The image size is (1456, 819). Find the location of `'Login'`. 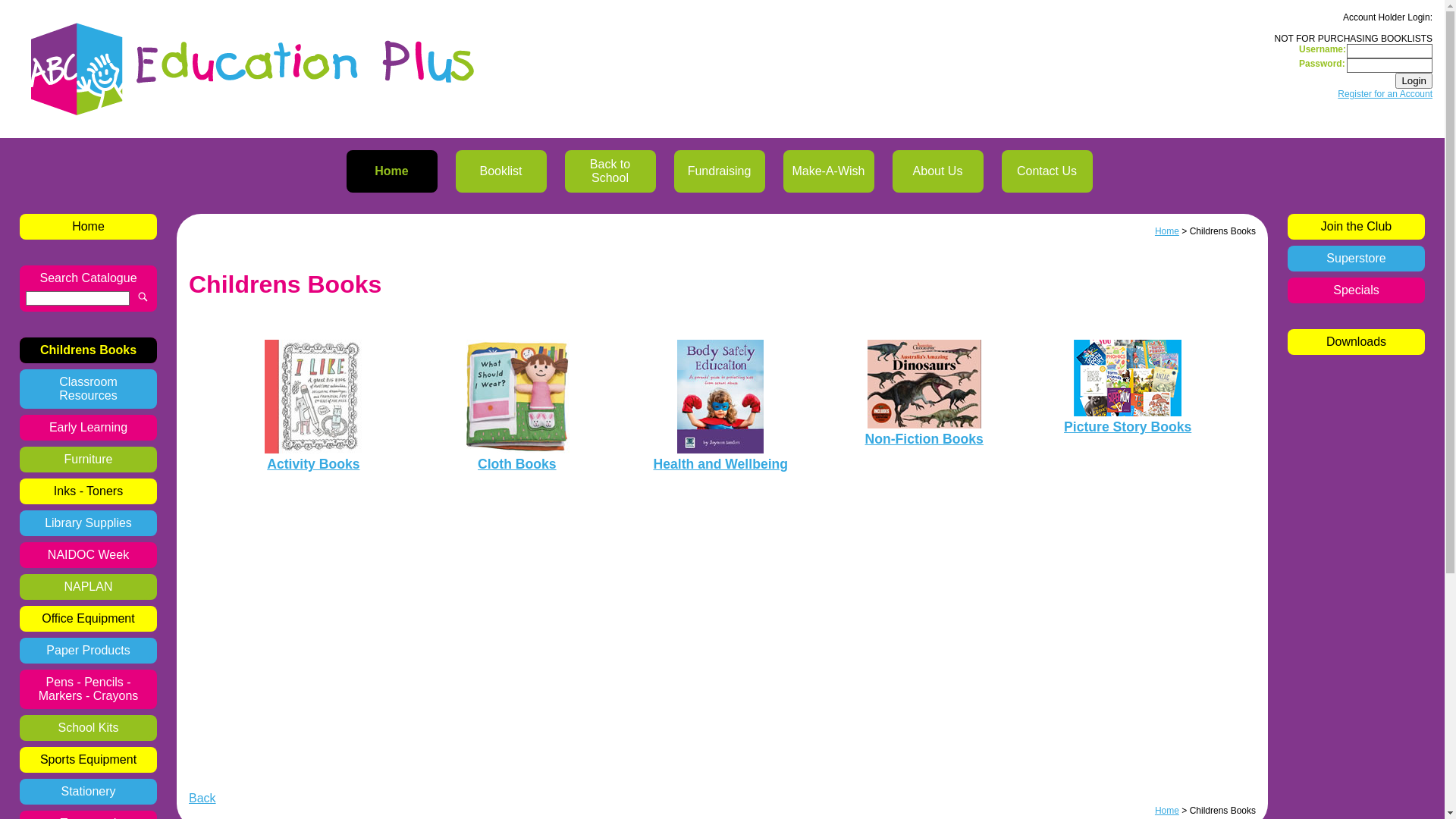

'Login' is located at coordinates (1413, 80).